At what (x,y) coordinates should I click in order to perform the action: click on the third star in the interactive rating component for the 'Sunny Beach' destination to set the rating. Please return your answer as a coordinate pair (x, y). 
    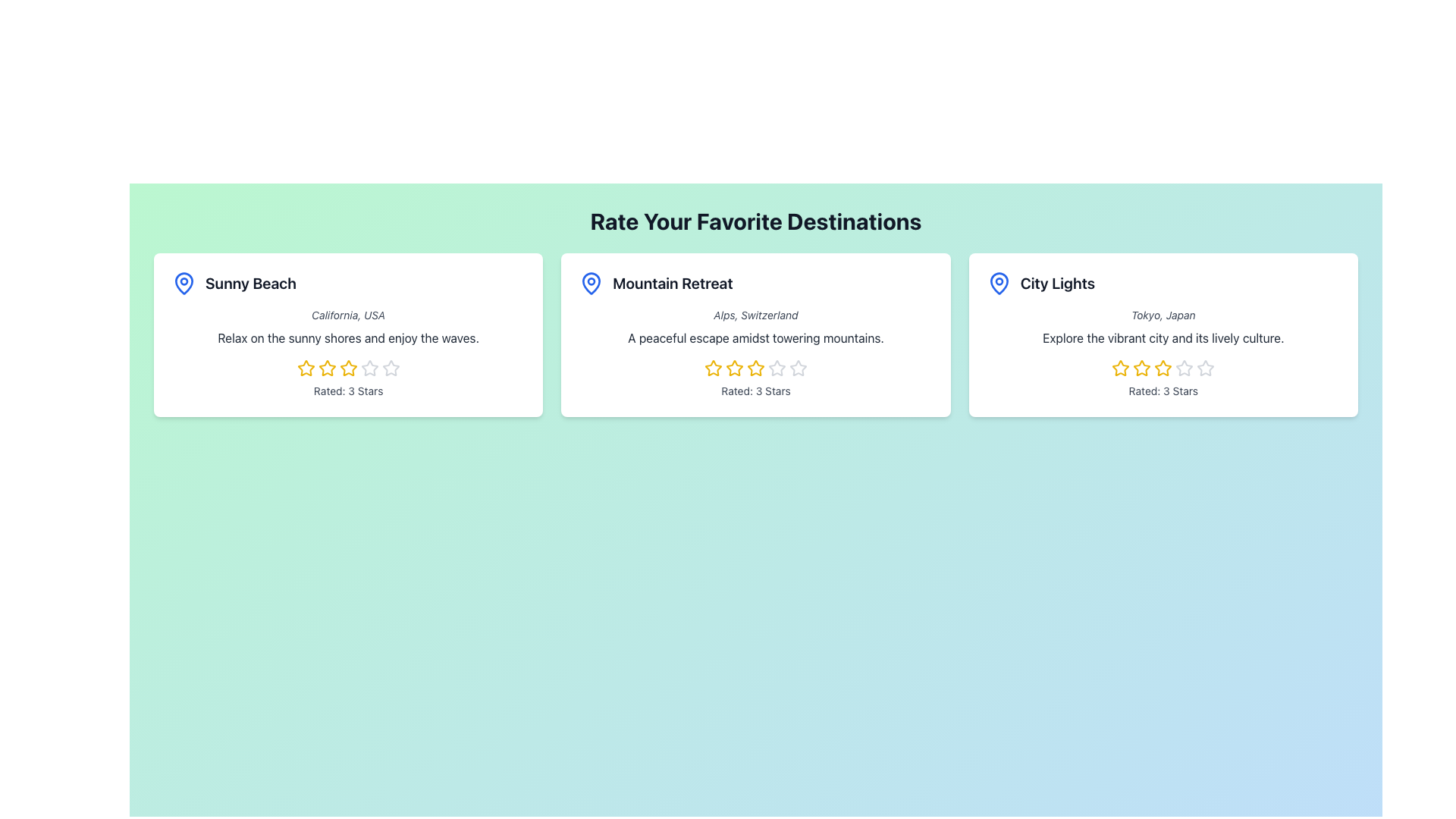
    Looking at the image, I should click on (326, 369).